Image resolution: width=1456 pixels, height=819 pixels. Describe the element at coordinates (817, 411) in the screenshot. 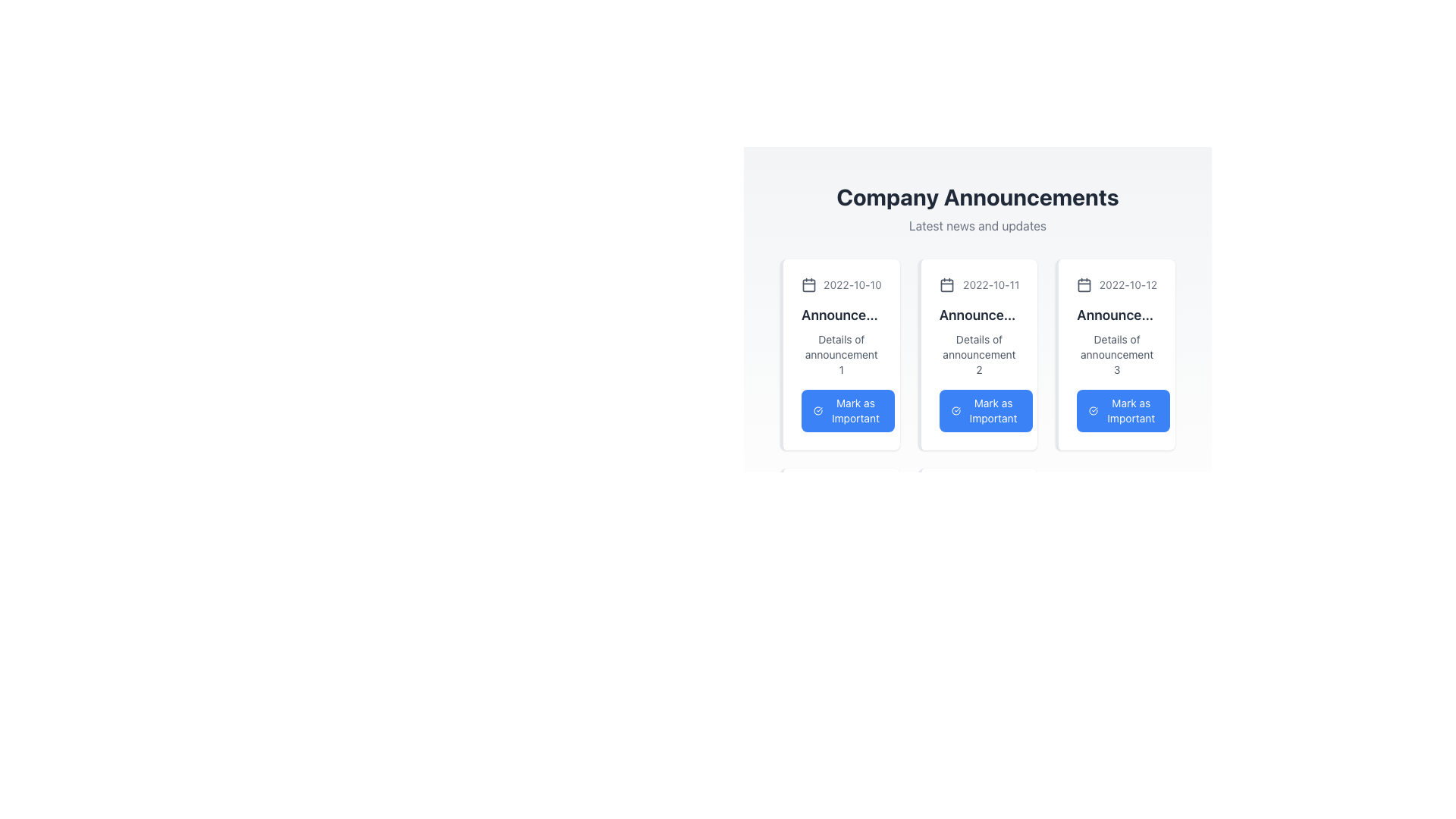

I see `the circular checkmark icon inside the blue button labeled 'Mark as Important'` at that location.